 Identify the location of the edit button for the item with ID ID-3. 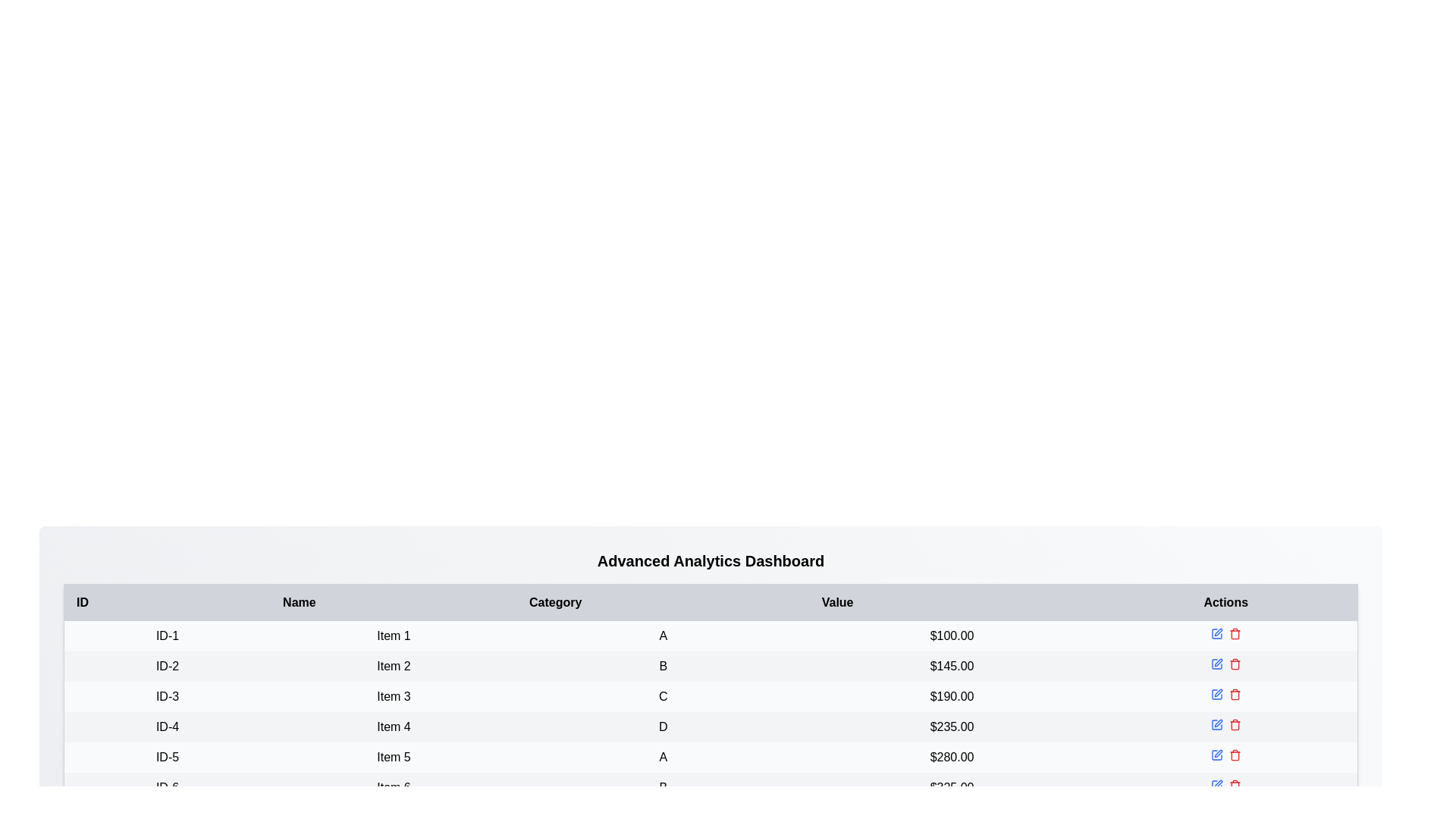
(1216, 694).